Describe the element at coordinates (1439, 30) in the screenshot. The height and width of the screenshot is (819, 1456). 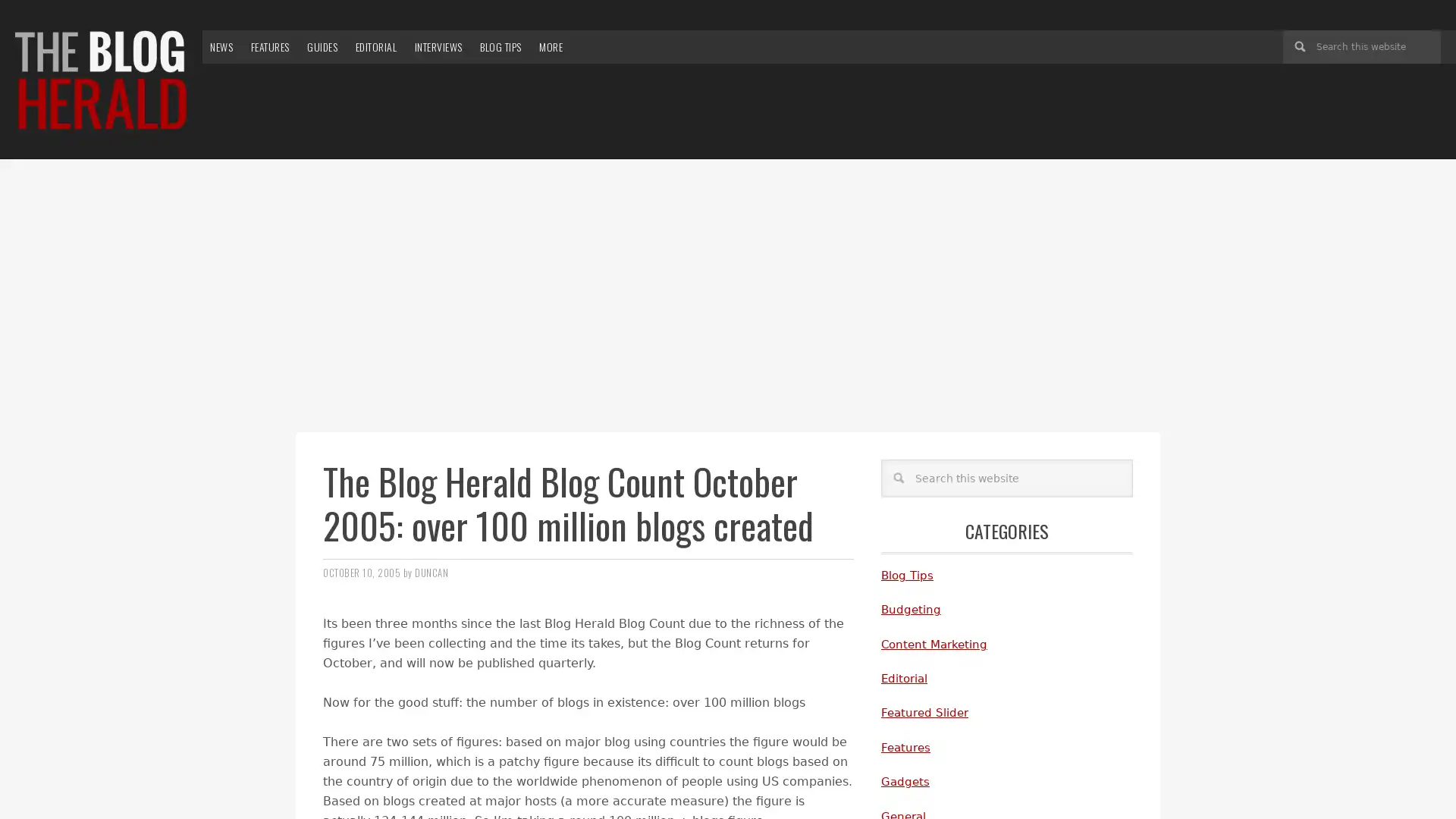
I see `Search` at that location.